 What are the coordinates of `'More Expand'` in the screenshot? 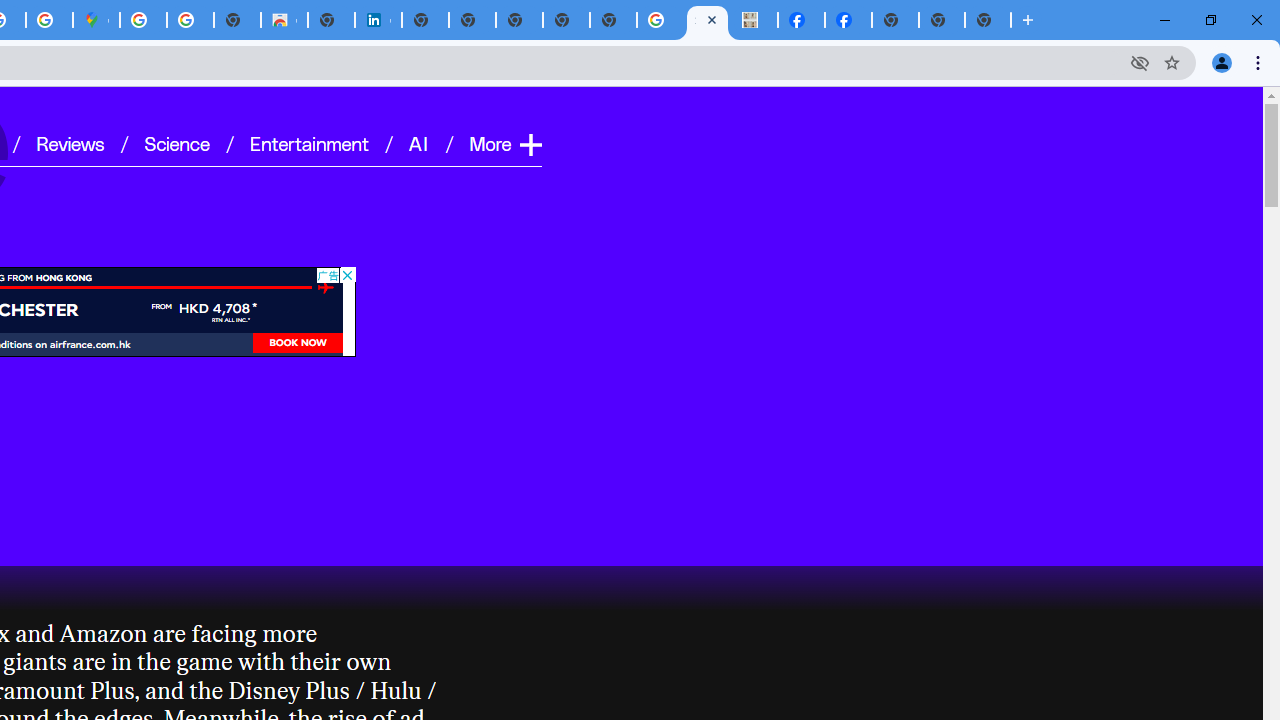 It's located at (504, 142).